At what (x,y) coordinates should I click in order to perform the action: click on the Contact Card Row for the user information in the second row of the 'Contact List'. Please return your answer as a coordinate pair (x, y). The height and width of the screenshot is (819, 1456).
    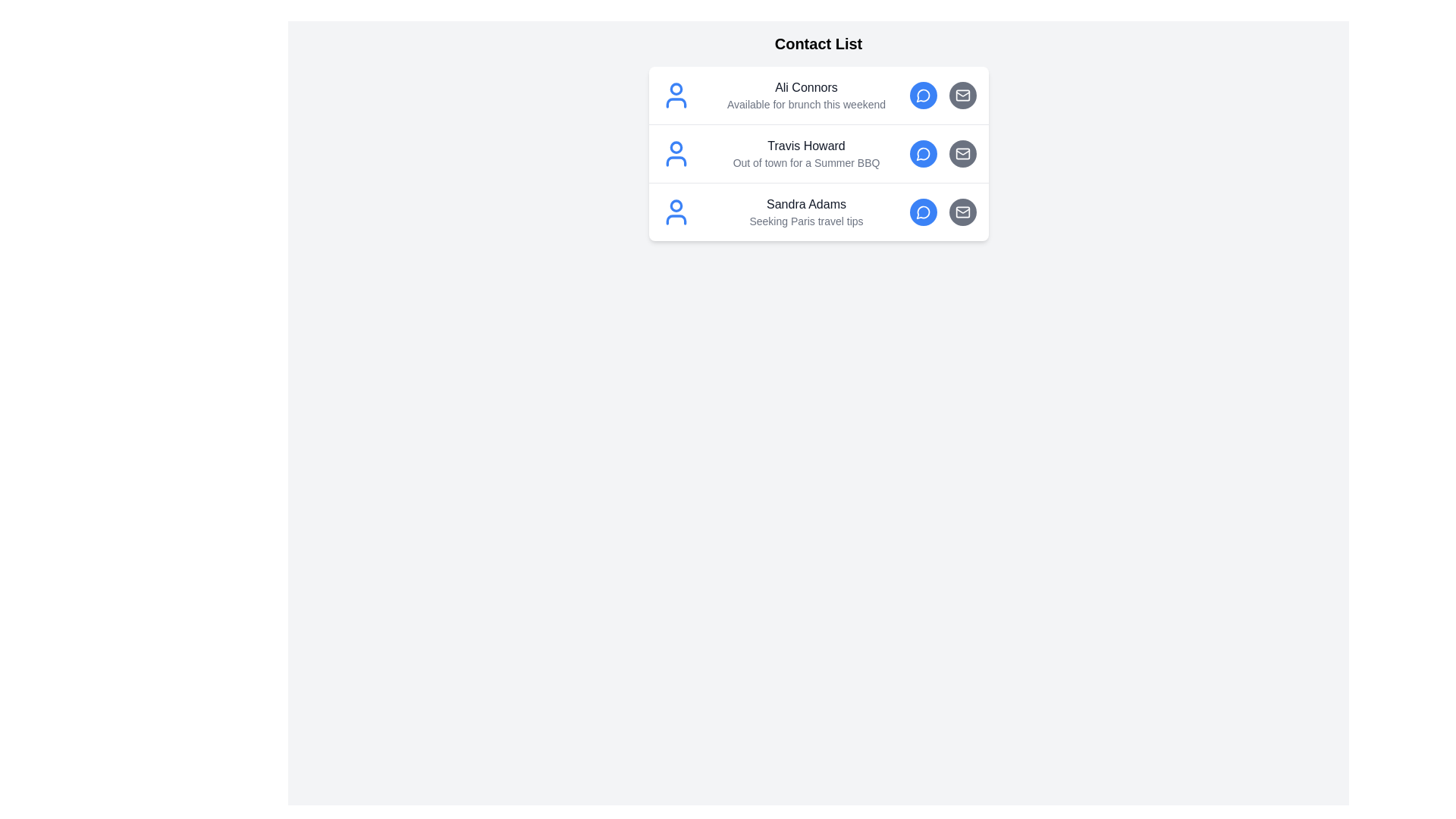
    Looking at the image, I should click on (817, 154).